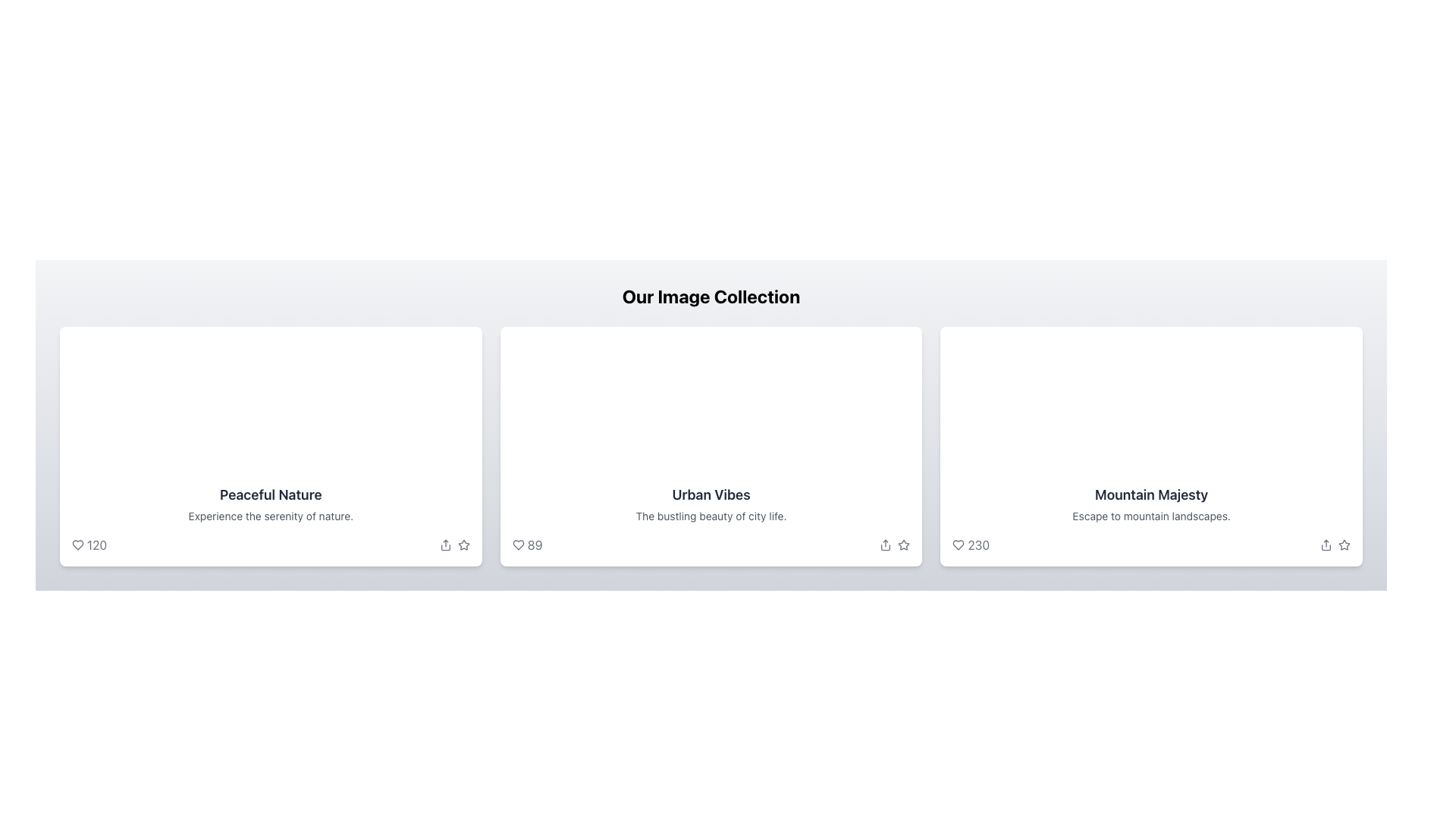  What do you see at coordinates (453, 544) in the screenshot?
I see `the share icon located at the bottom-right corner of the 'Peaceful Nature' card, which is part of a group of interactive icons for sharing and marking content as a favorite` at bounding box center [453, 544].